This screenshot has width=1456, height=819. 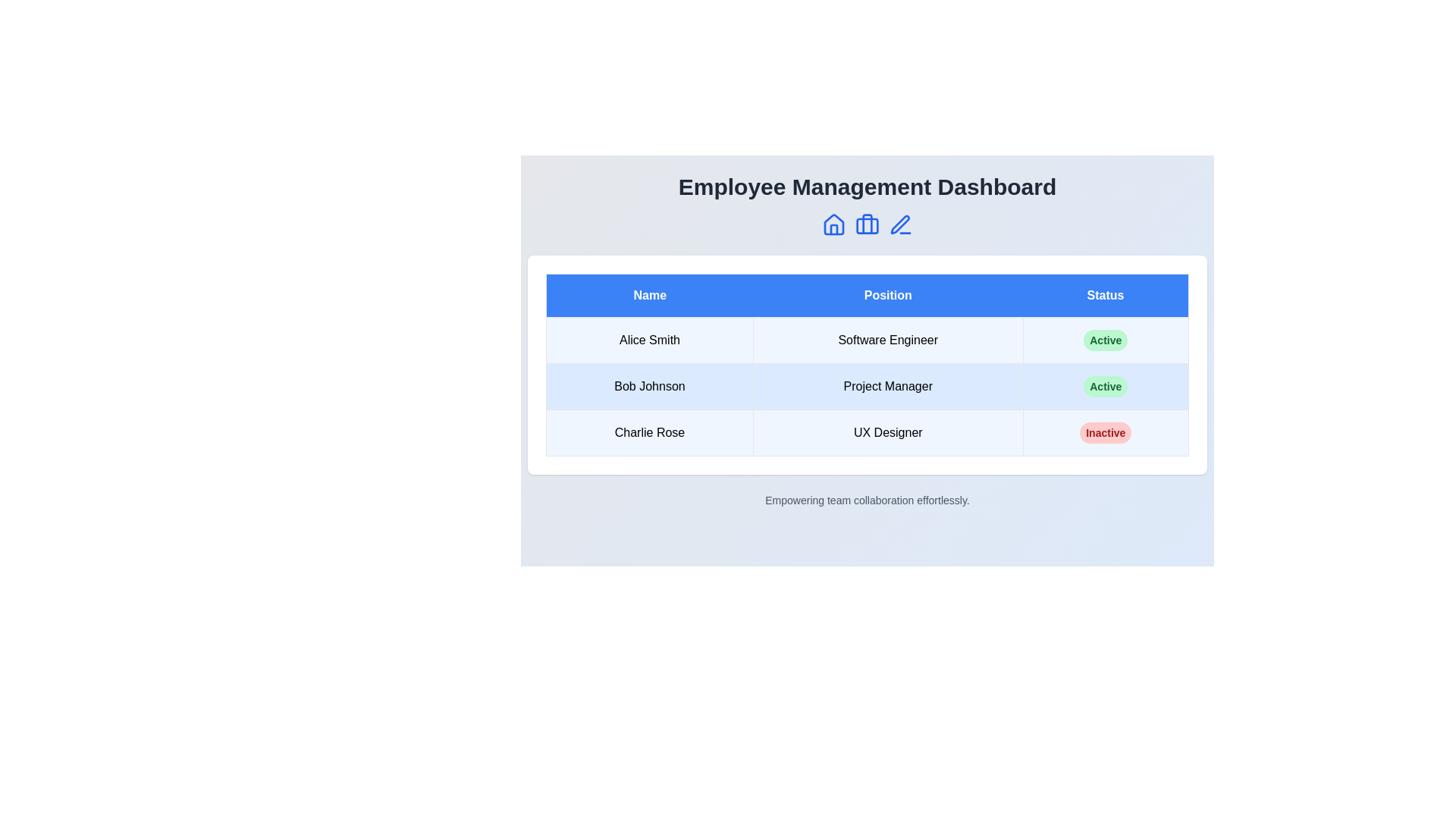 What do you see at coordinates (867, 225) in the screenshot?
I see `the rounded rectangle within the briefcase SVG icon located` at bounding box center [867, 225].